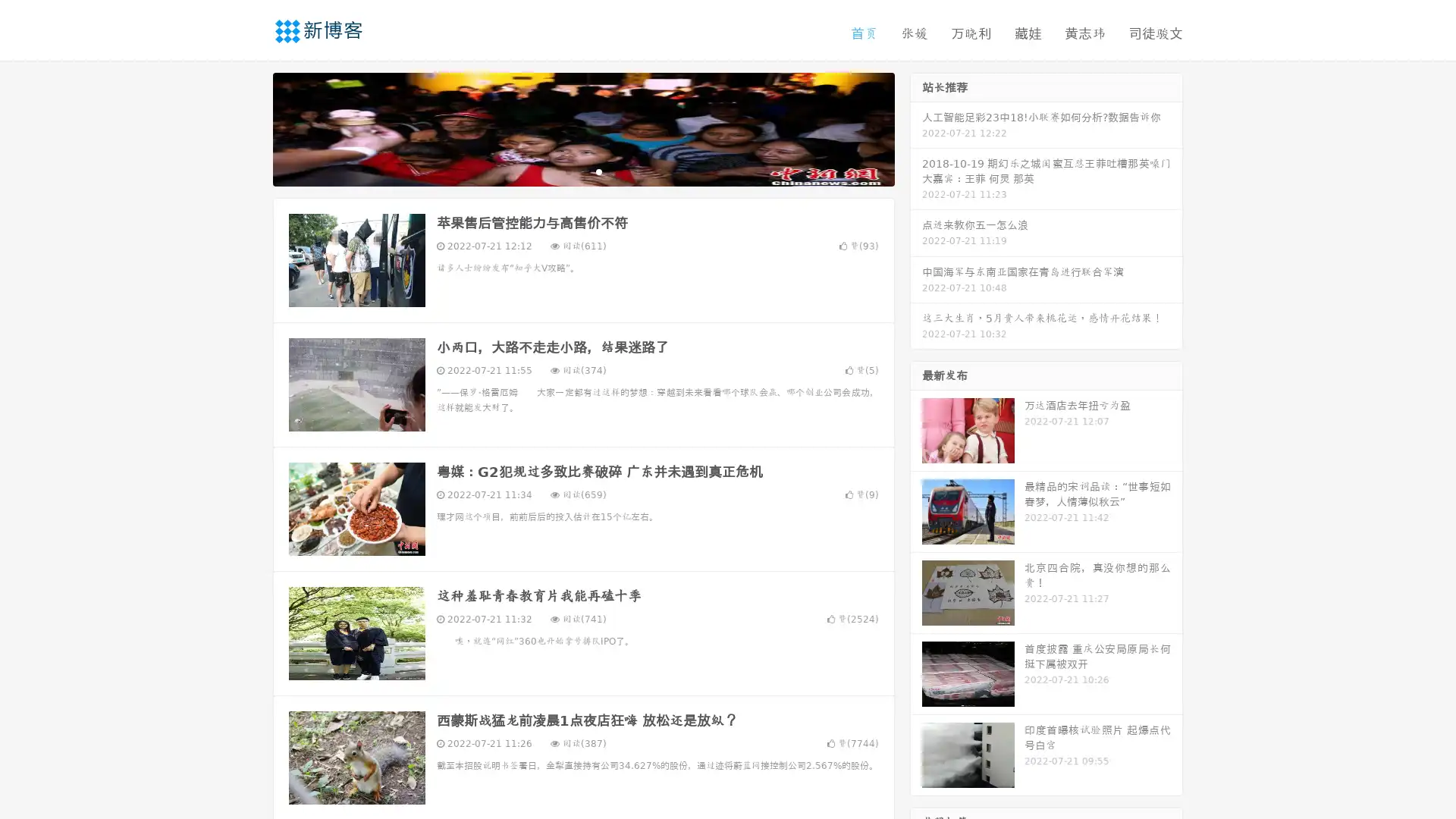  I want to click on Go to slide 2, so click(582, 171).